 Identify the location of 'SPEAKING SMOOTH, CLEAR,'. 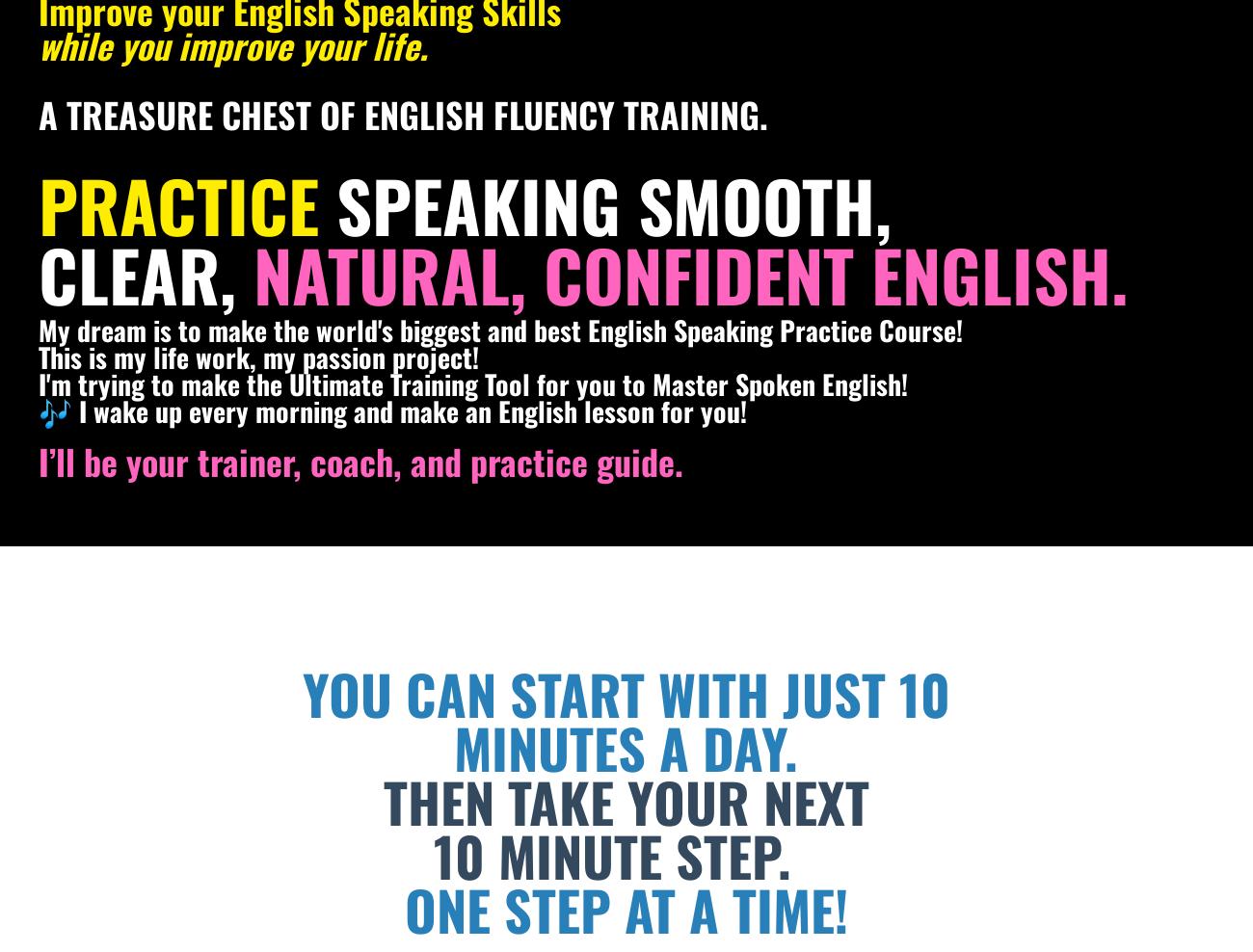
(464, 238).